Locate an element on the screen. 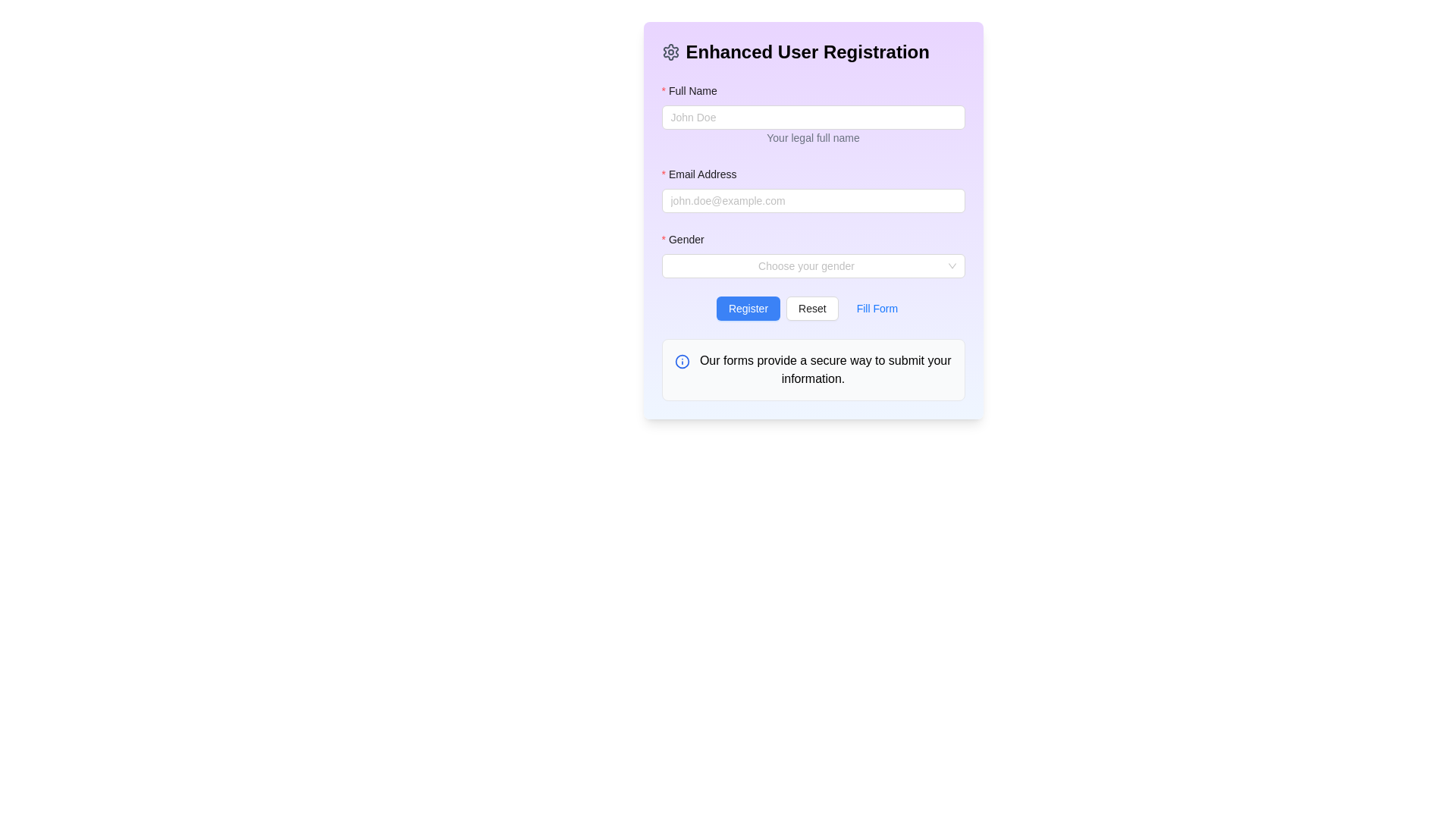 Image resolution: width=1456 pixels, height=819 pixels. the SVG circle icon that visually represents 'information' or 'security', located in the bottom section of the card next to the text 'Our forms provide a secure way to submit your information' is located at coordinates (682, 361).